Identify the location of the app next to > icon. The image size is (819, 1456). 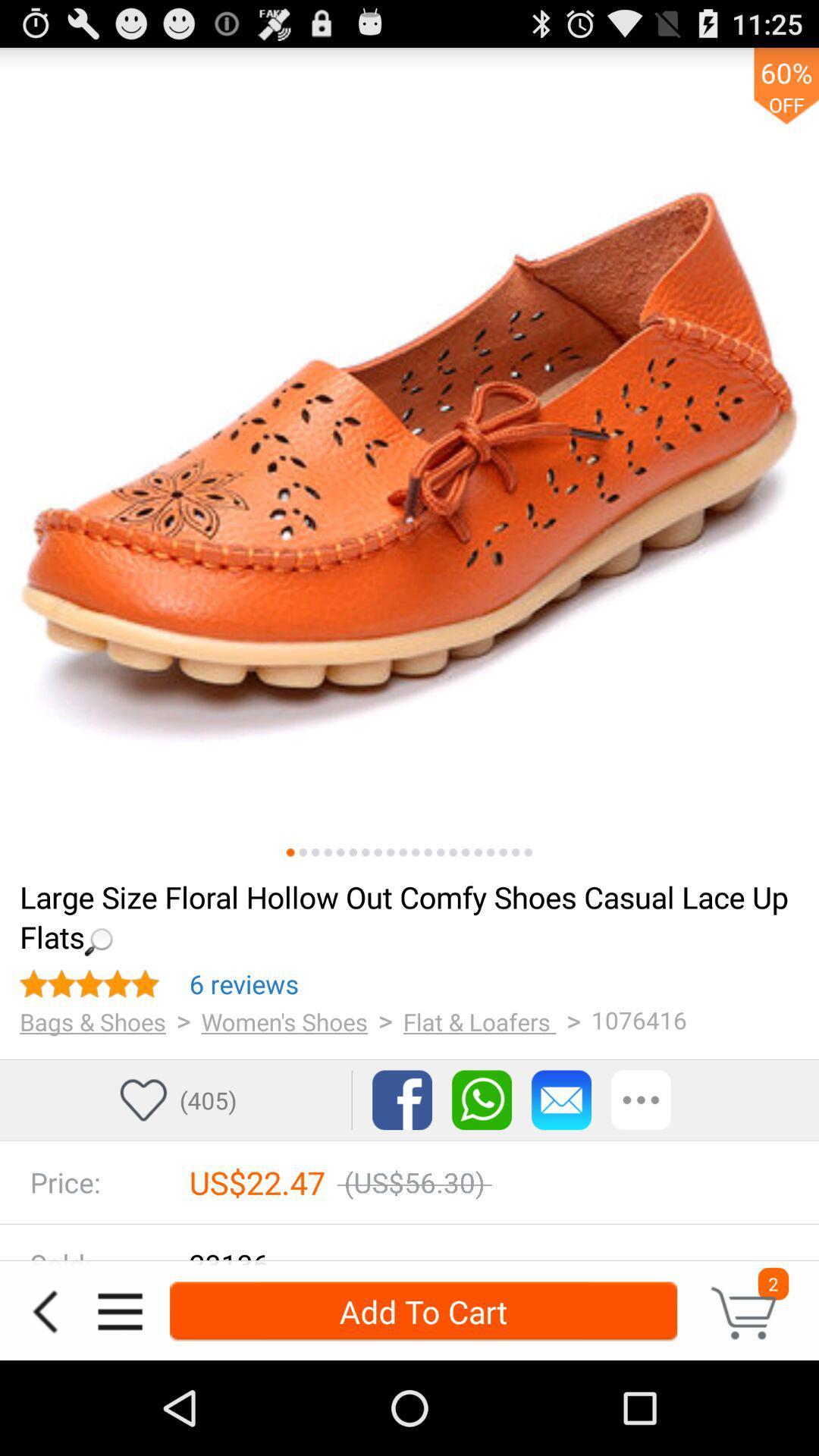
(479, 1021).